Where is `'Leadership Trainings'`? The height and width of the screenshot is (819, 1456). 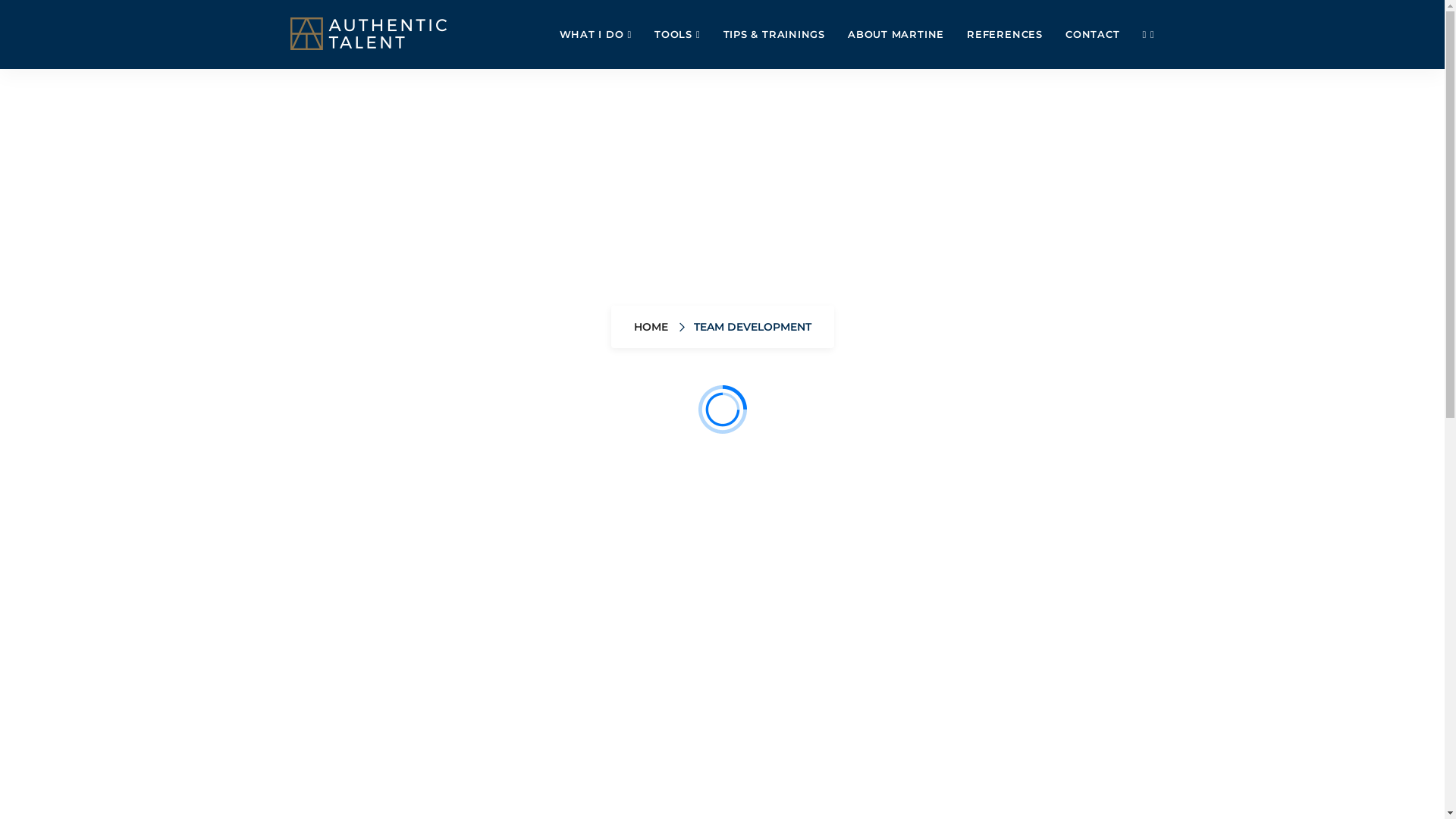 'Leadership Trainings' is located at coordinates (882, 547).